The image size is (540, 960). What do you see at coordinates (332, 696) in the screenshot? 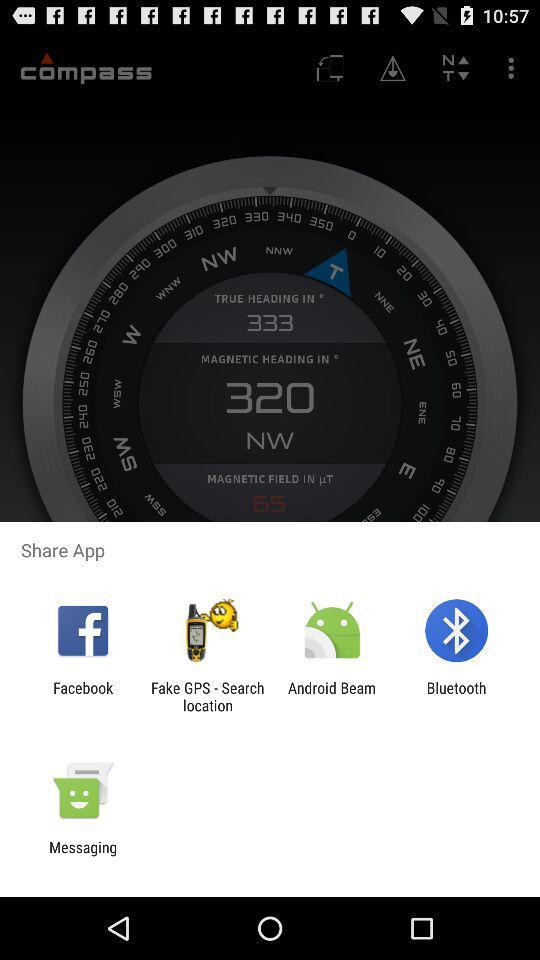
I see `android beam` at bounding box center [332, 696].